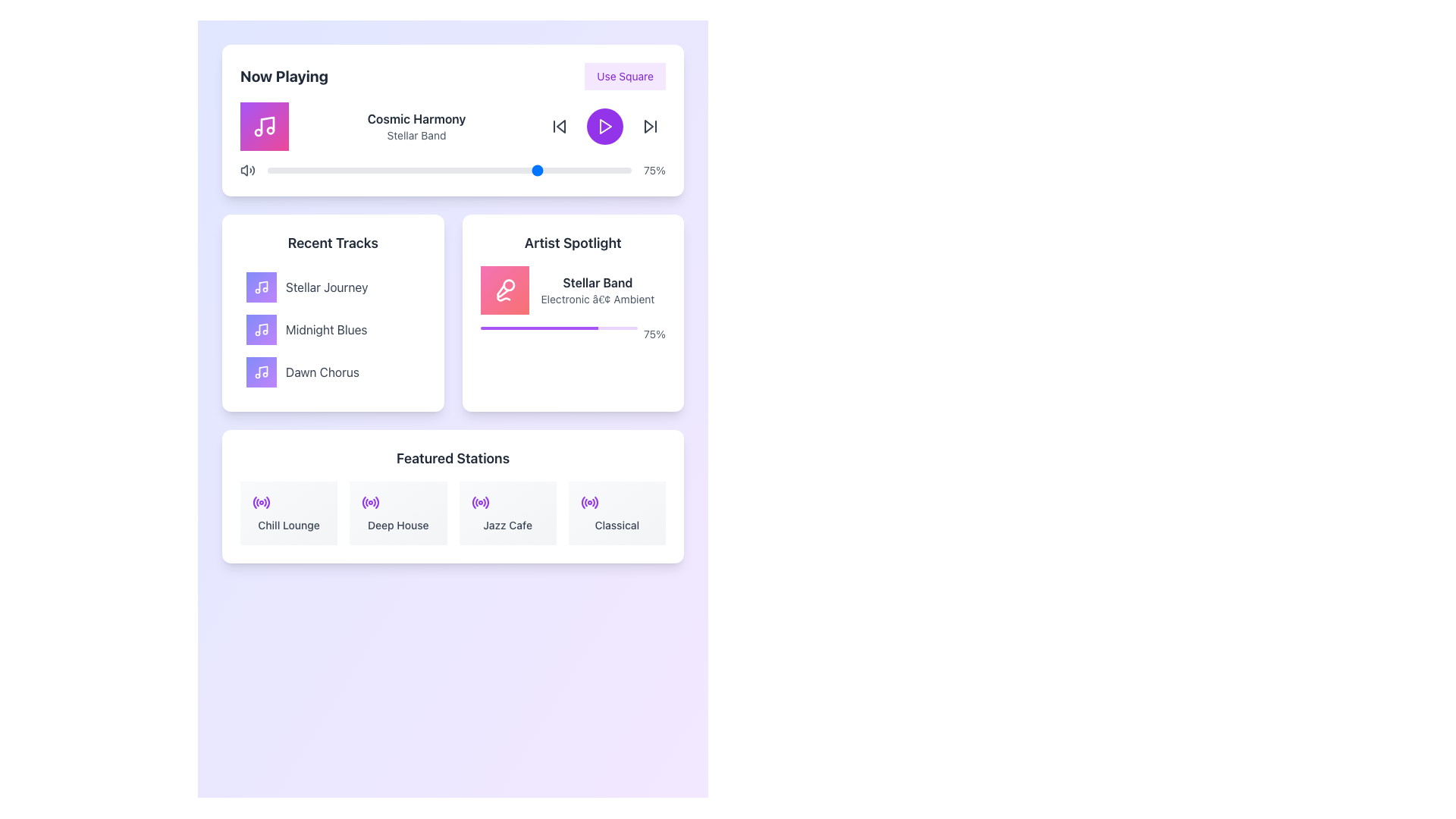  I want to click on the slider, so click(297, 170).